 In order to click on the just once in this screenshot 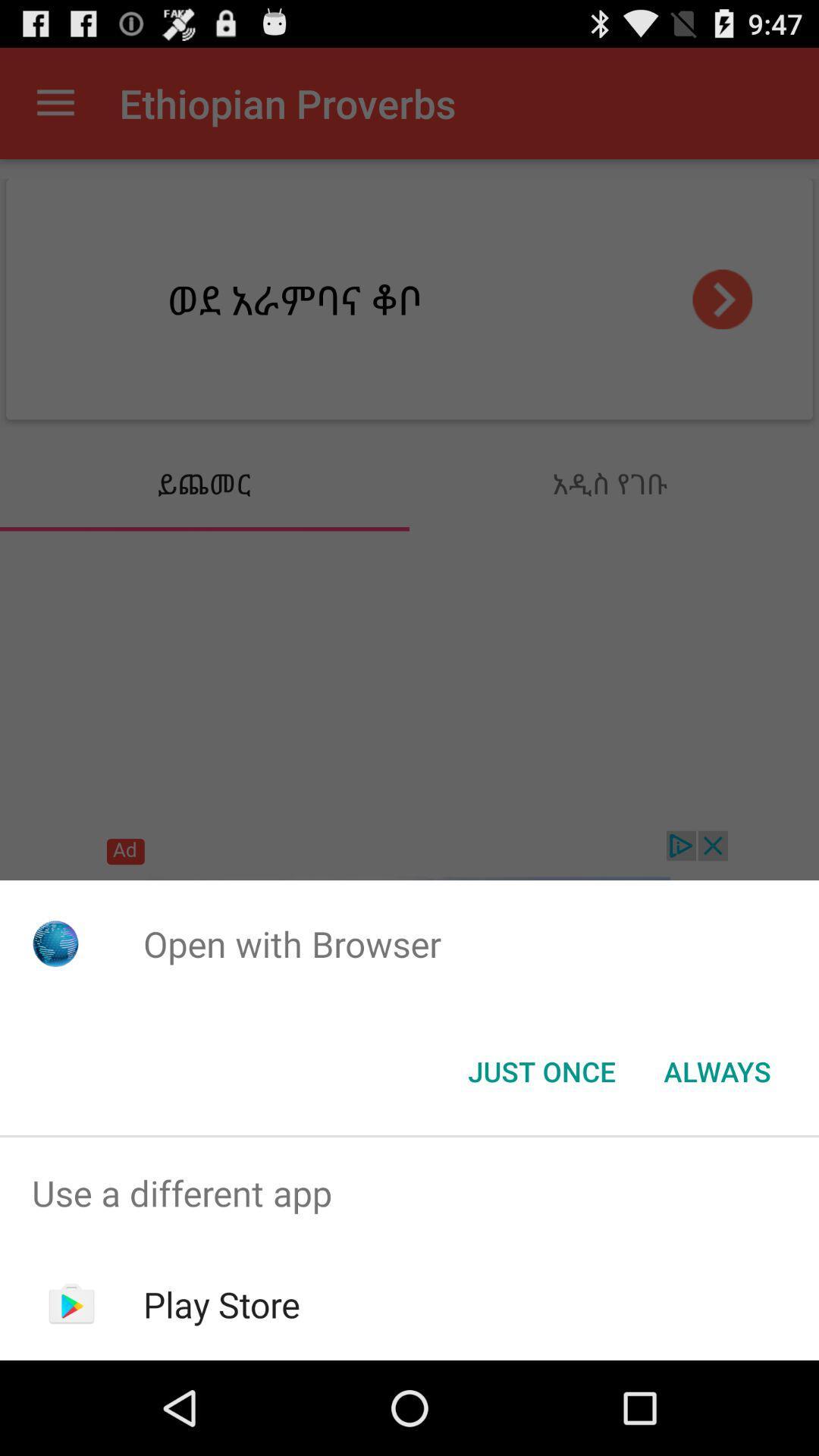, I will do `click(541, 1070)`.